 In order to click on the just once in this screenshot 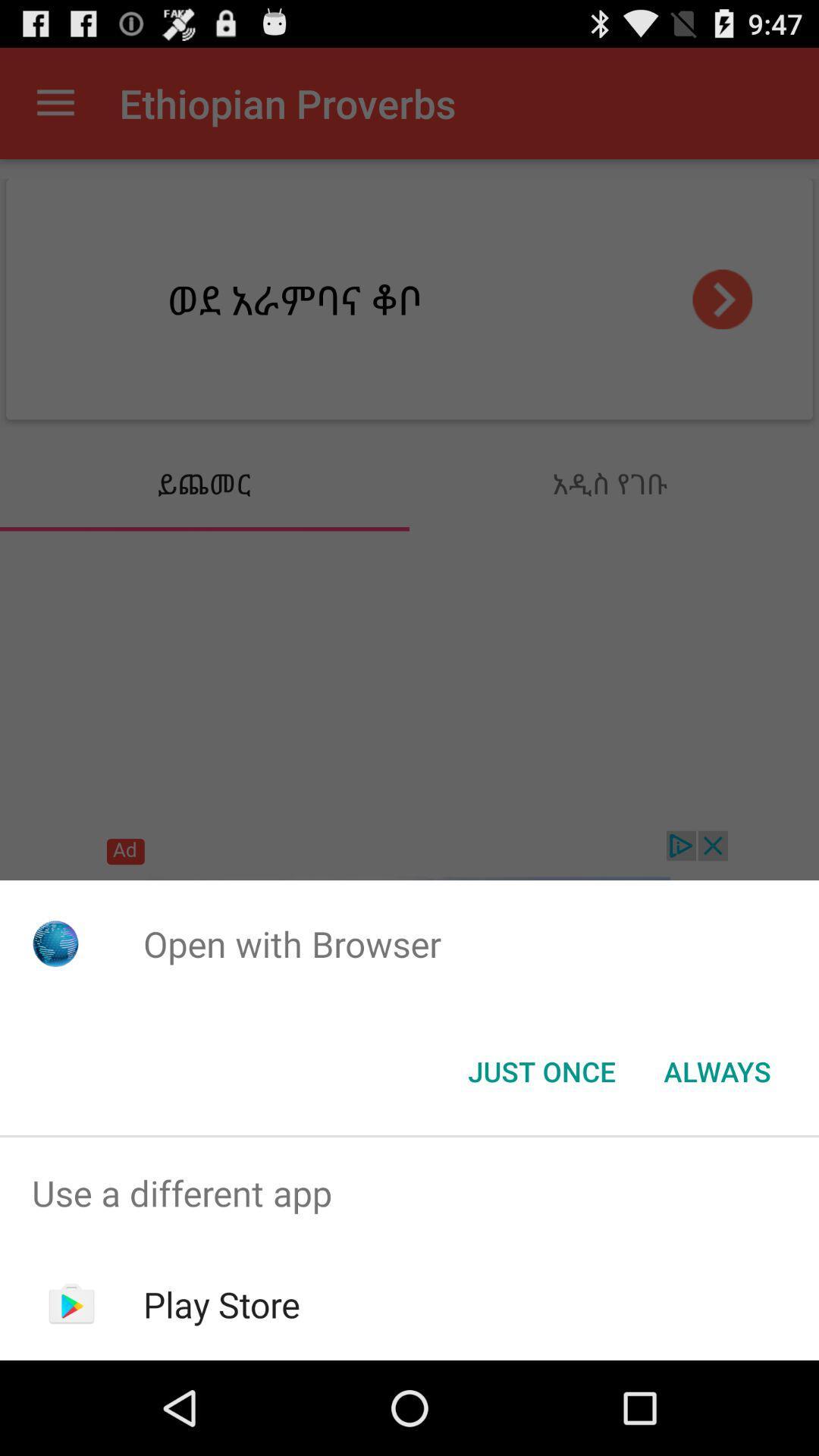, I will do `click(541, 1070)`.